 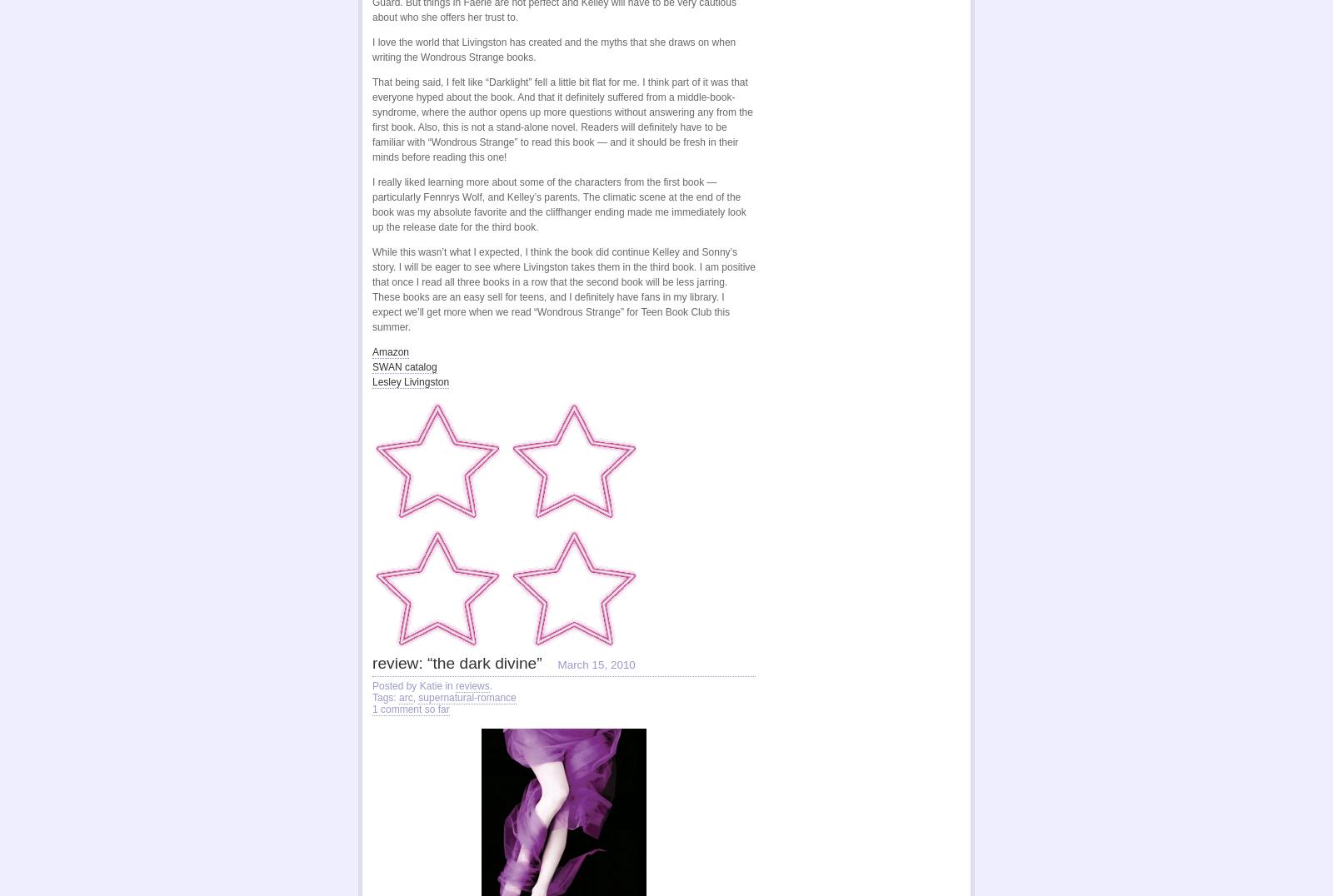 What do you see at coordinates (489, 685) in the screenshot?
I see `'.'` at bounding box center [489, 685].